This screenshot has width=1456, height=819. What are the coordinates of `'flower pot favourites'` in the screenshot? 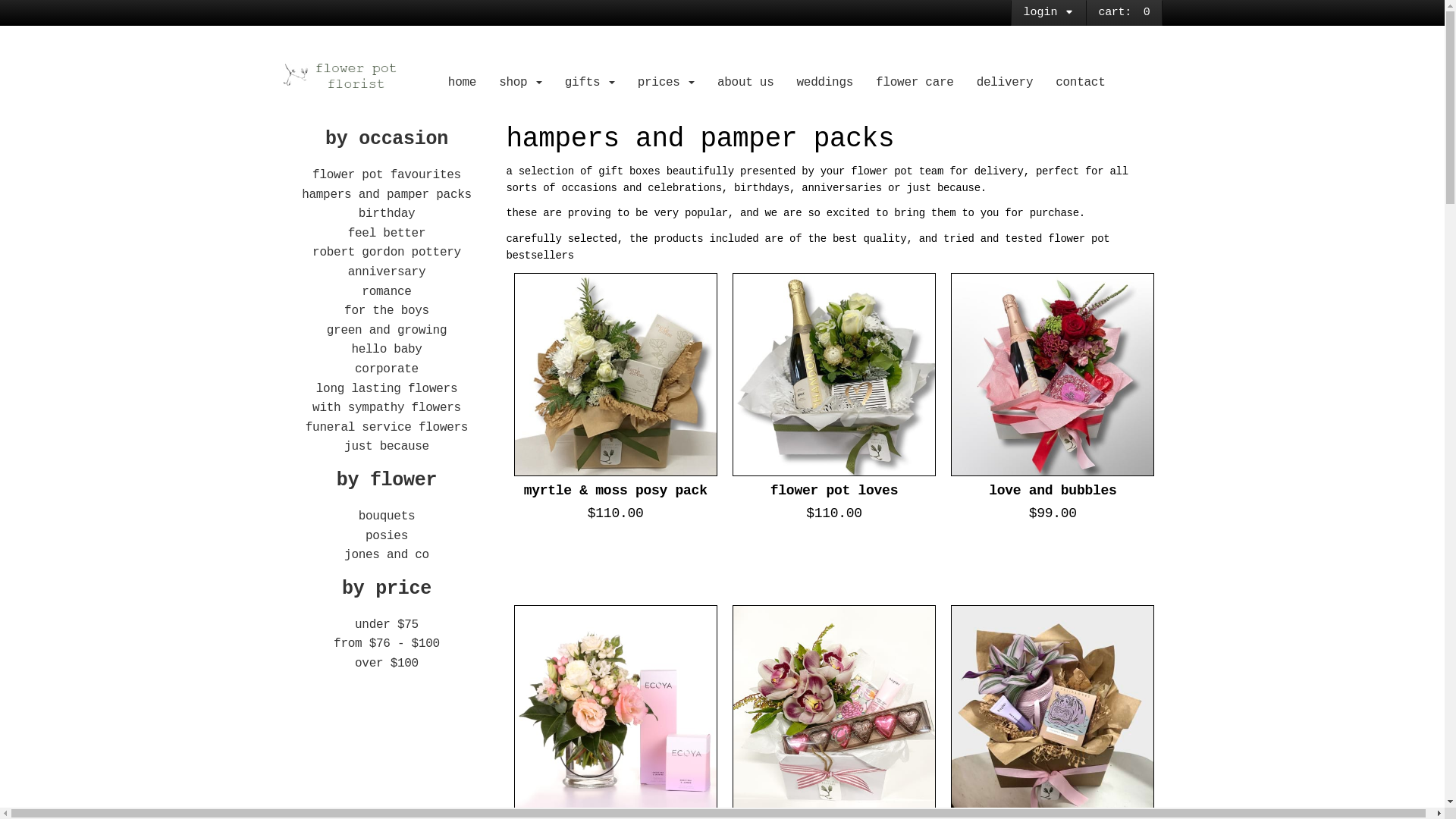 It's located at (386, 174).